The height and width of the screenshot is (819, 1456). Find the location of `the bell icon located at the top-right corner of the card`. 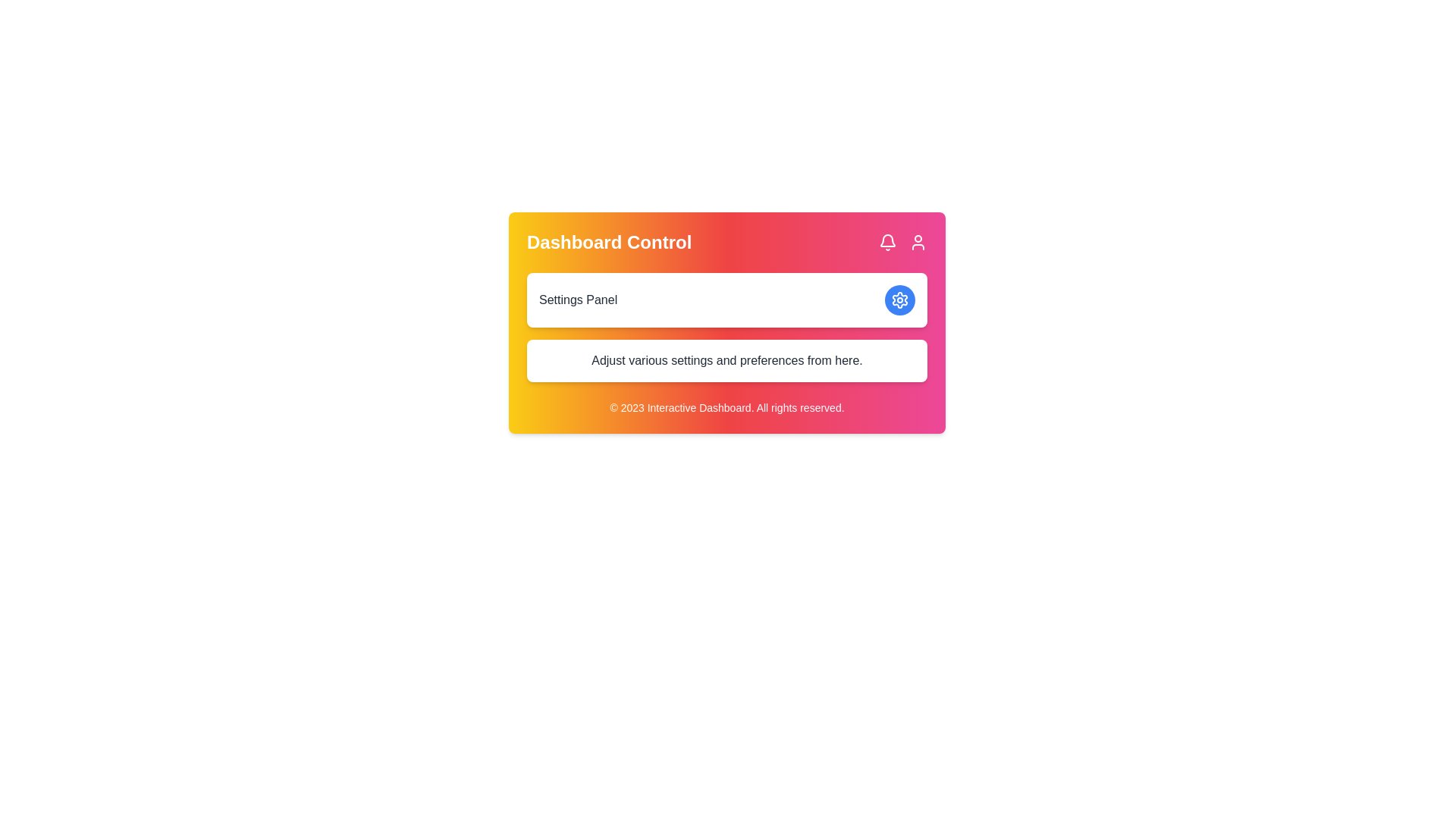

the bell icon located at the top-right corner of the card is located at coordinates (888, 242).